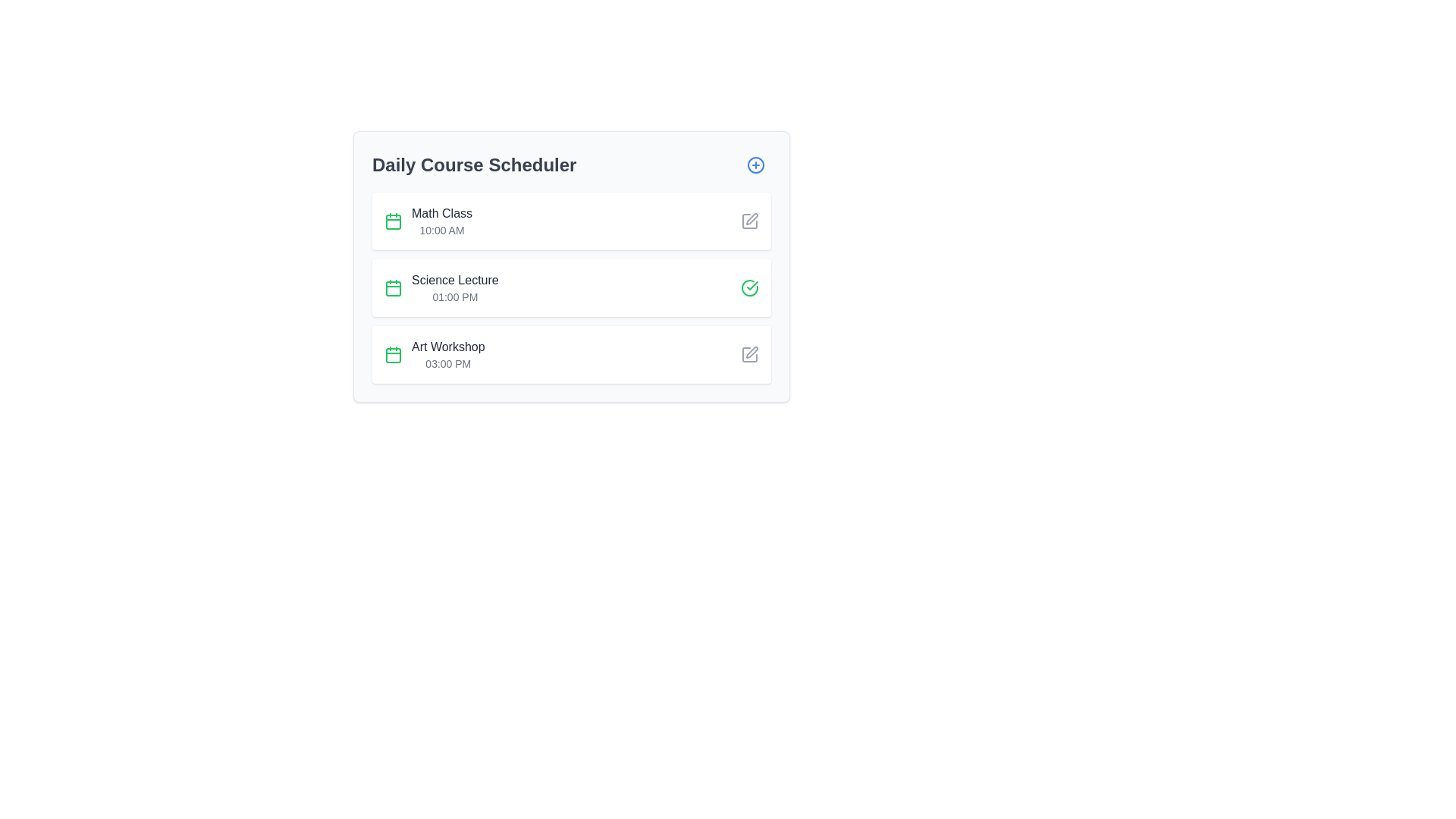 The height and width of the screenshot is (819, 1456). Describe the element at coordinates (570, 288) in the screenshot. I see `the 'Science Lecture' event entry at 1:00 PM` at that location.